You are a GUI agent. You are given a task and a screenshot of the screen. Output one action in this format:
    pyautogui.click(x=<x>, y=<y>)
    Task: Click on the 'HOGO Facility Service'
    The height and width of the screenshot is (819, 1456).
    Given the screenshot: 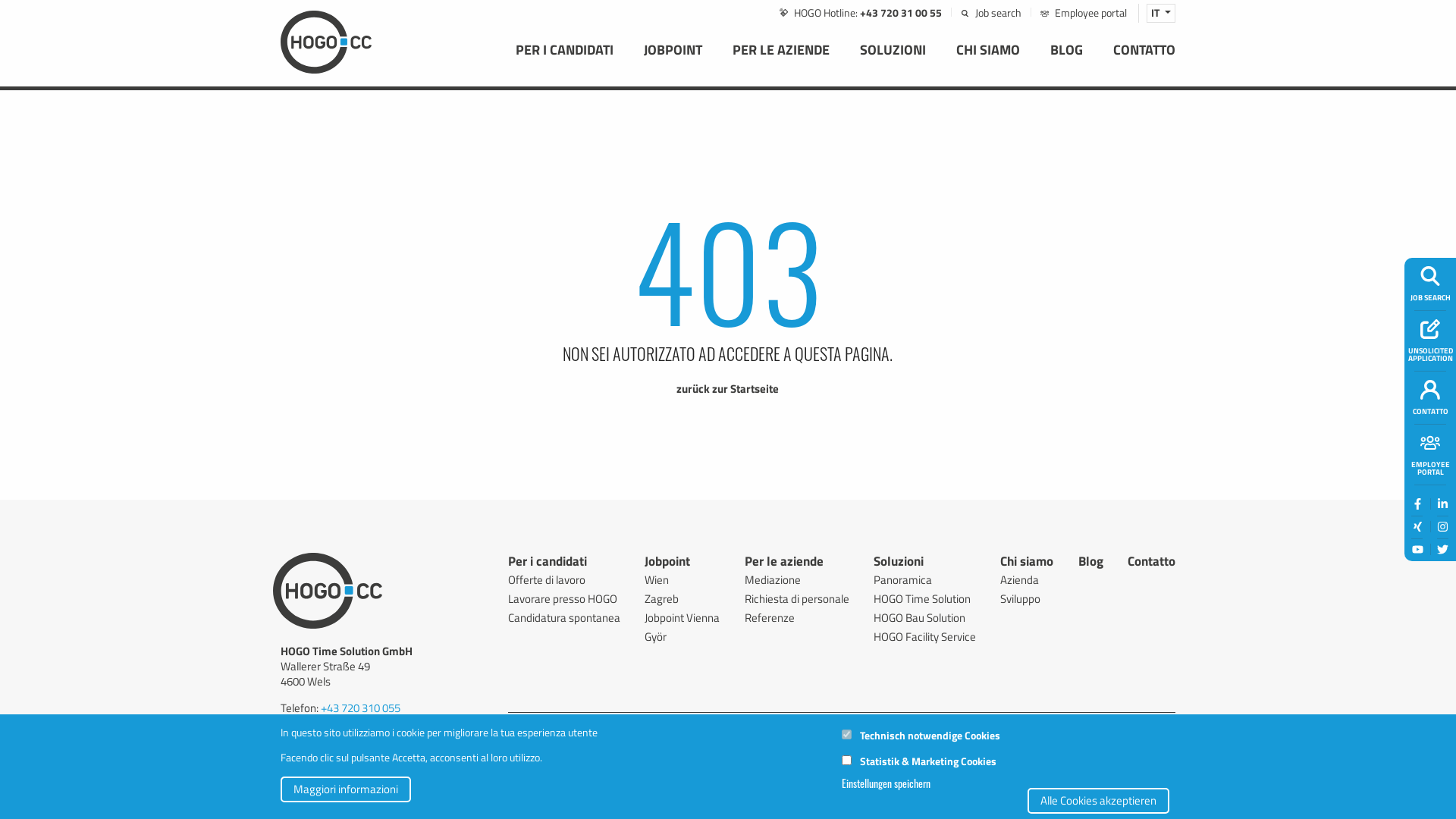 What is the action you would take?
    pyautogui.click(x=924, y=636)
    